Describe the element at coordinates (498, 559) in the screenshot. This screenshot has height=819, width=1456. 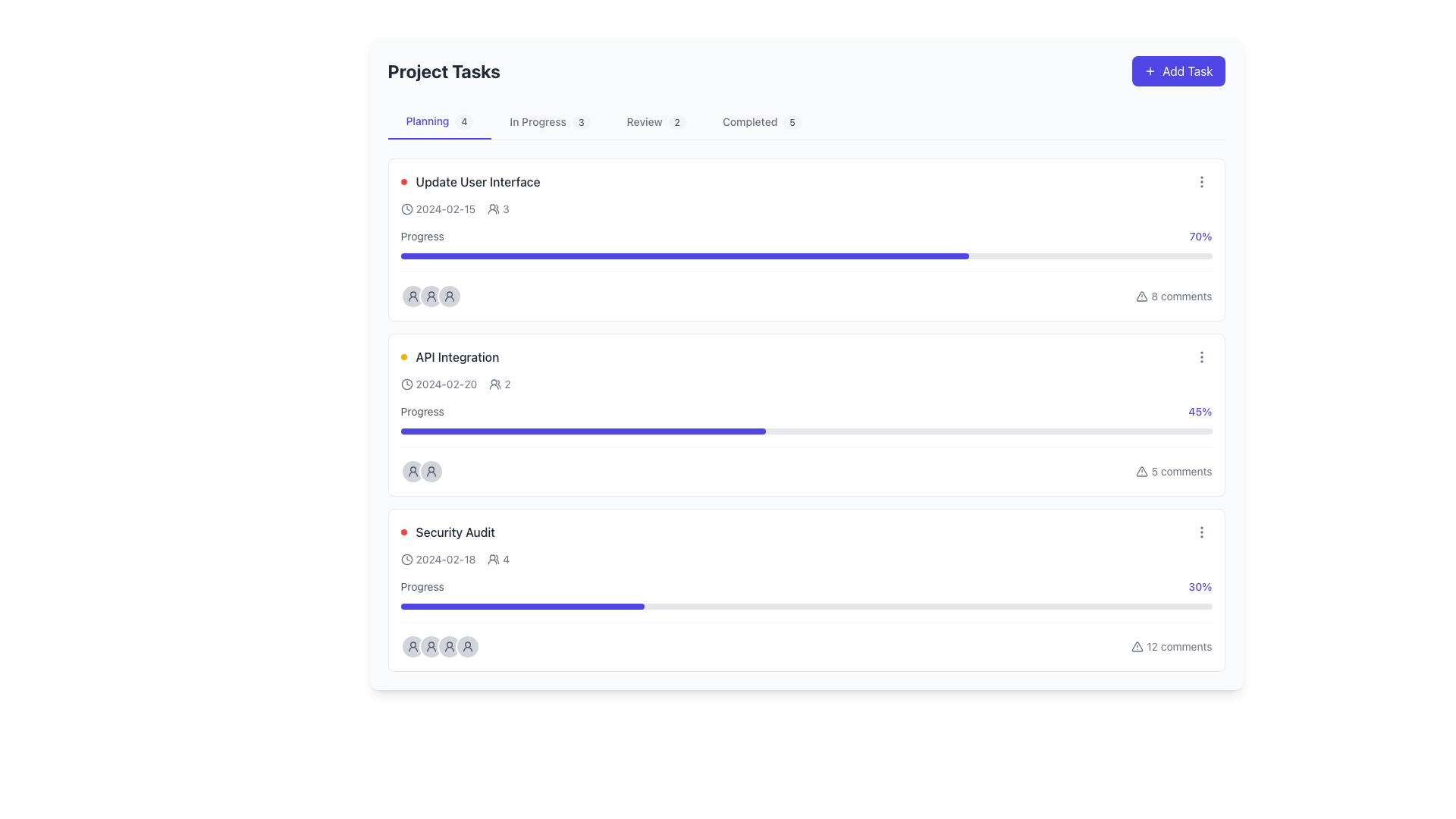
I see `the label displaying the number '4' with an accompanying user icon, located in the 'Security Audit' task section, to the right of the timestamp '2024-02-18'` at that location.